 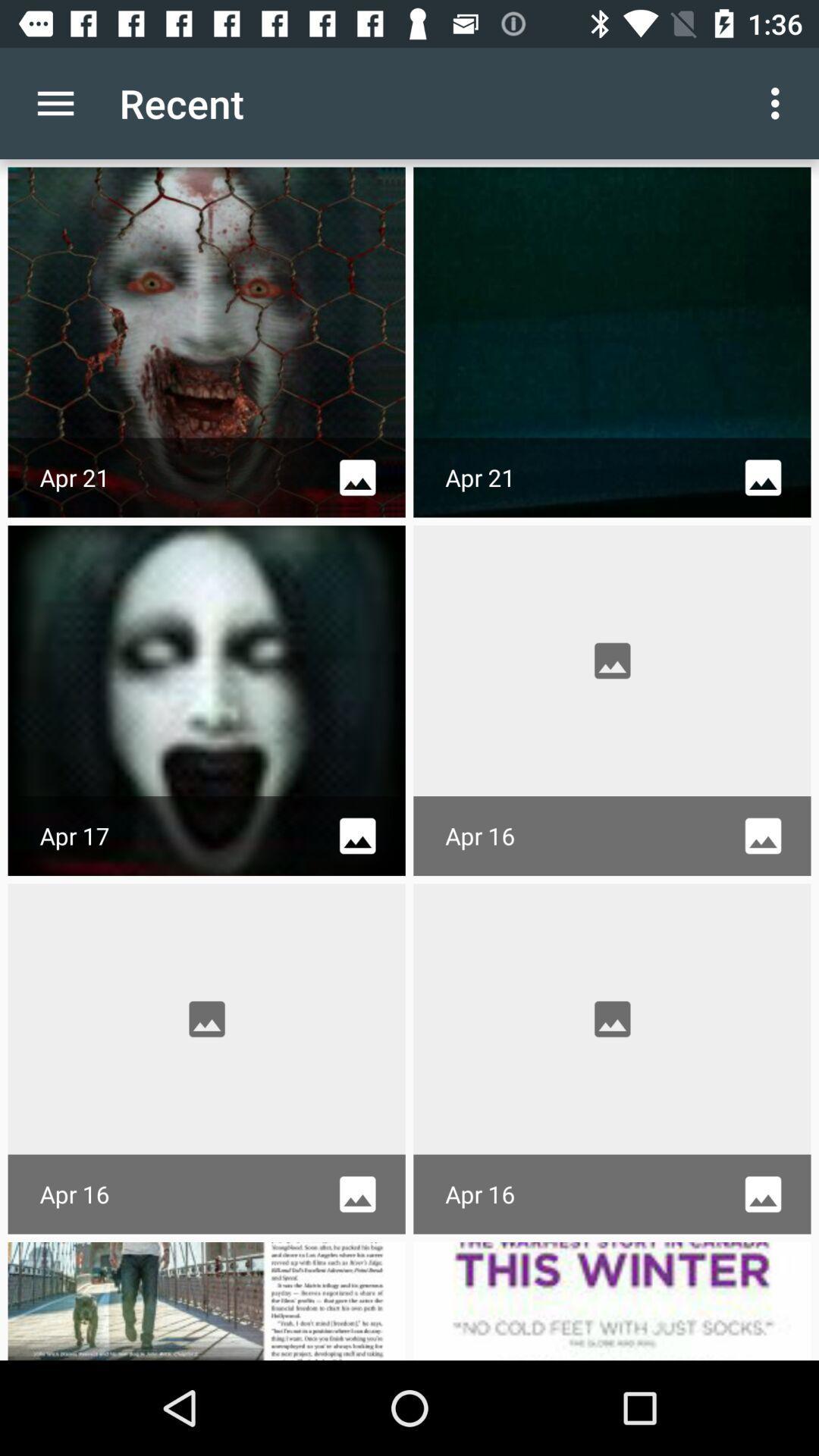 I want to click on the app next to the recent app, so click(x=779, y=102).